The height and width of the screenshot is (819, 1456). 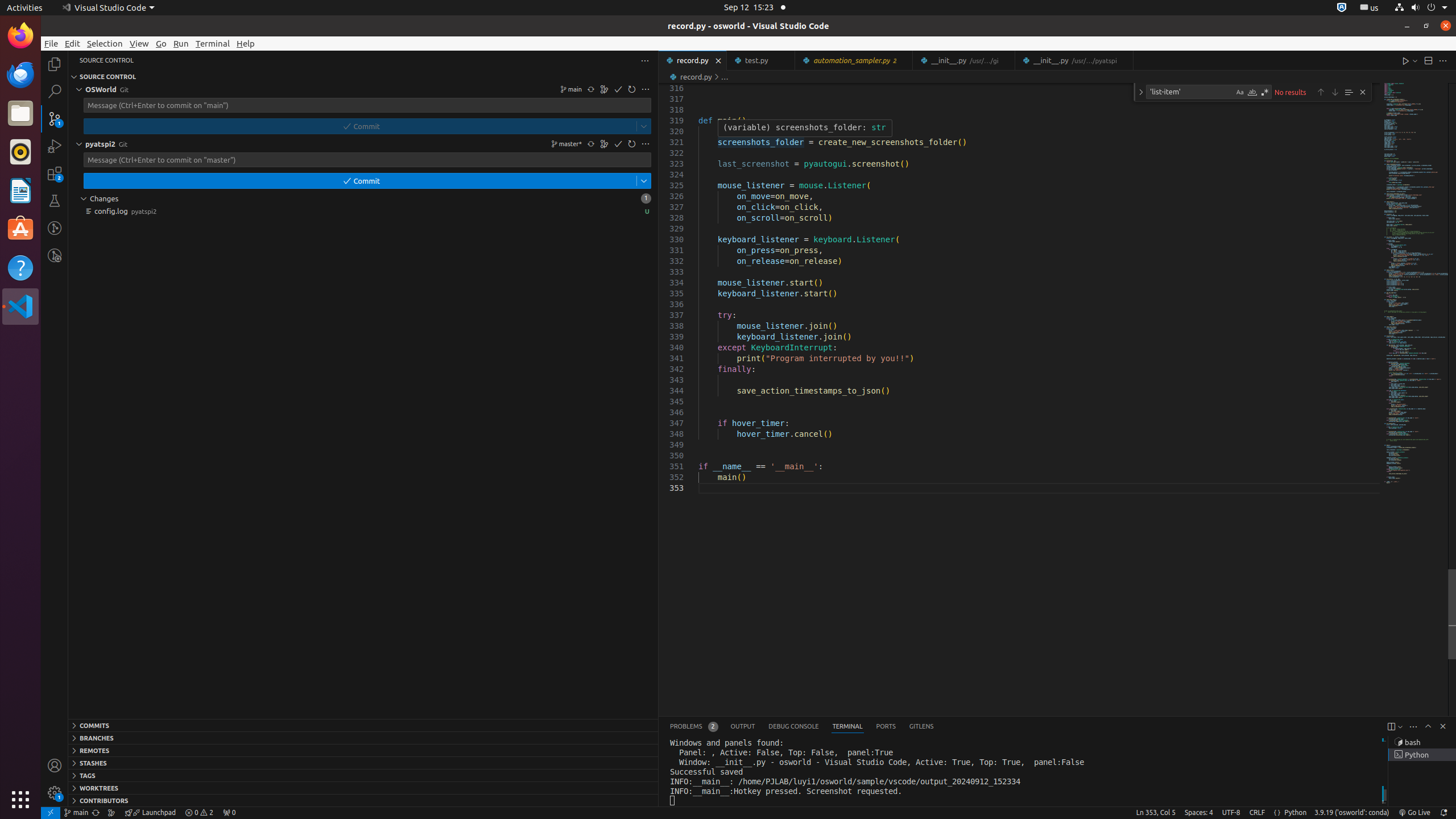 What do you see at coordinates (1256, 812) in the screenshot?
I see `'CRLF'` at bounding box center [1256, 812].